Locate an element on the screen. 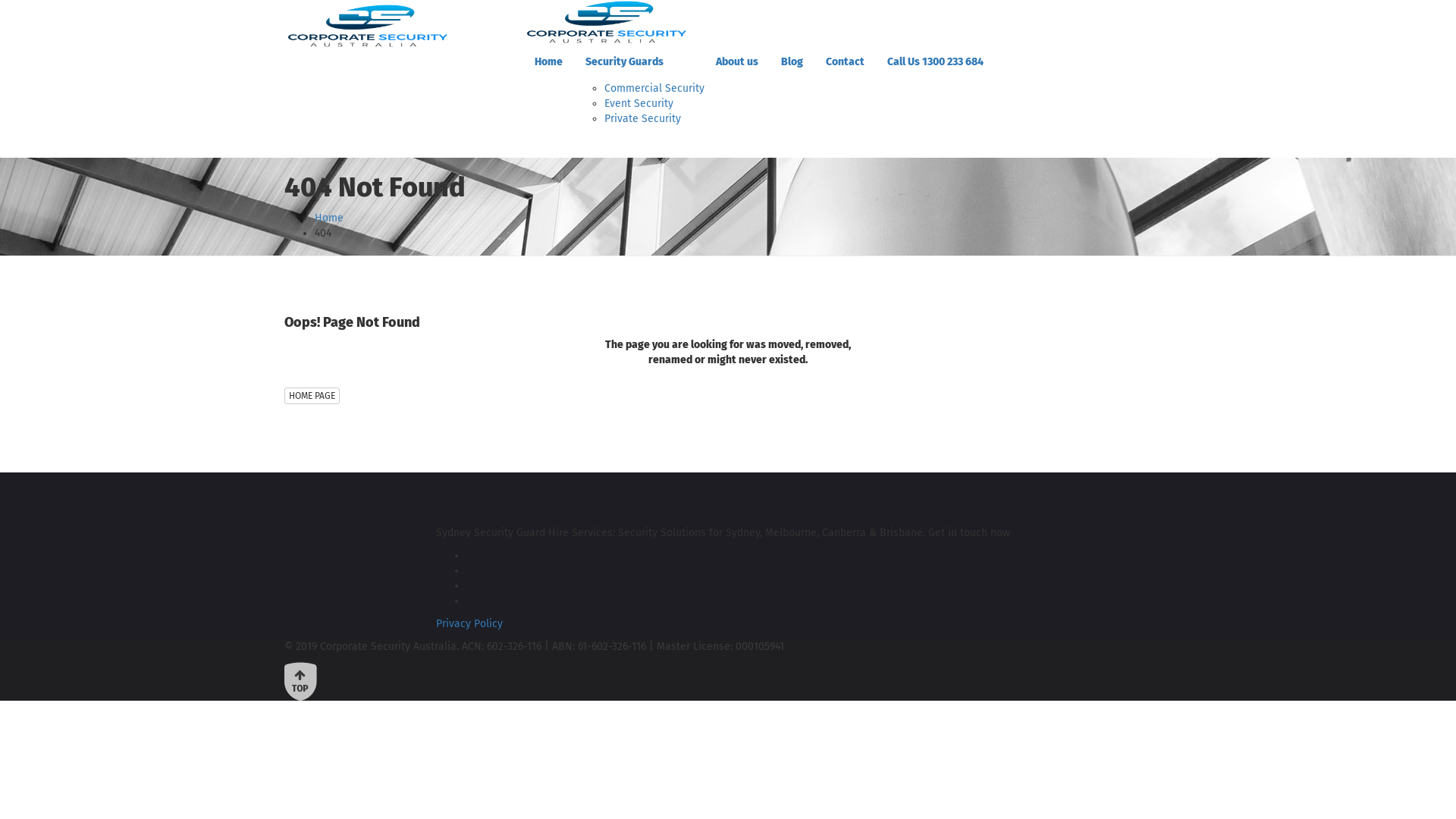  'Private Security' is located at coordinates (642, 118).